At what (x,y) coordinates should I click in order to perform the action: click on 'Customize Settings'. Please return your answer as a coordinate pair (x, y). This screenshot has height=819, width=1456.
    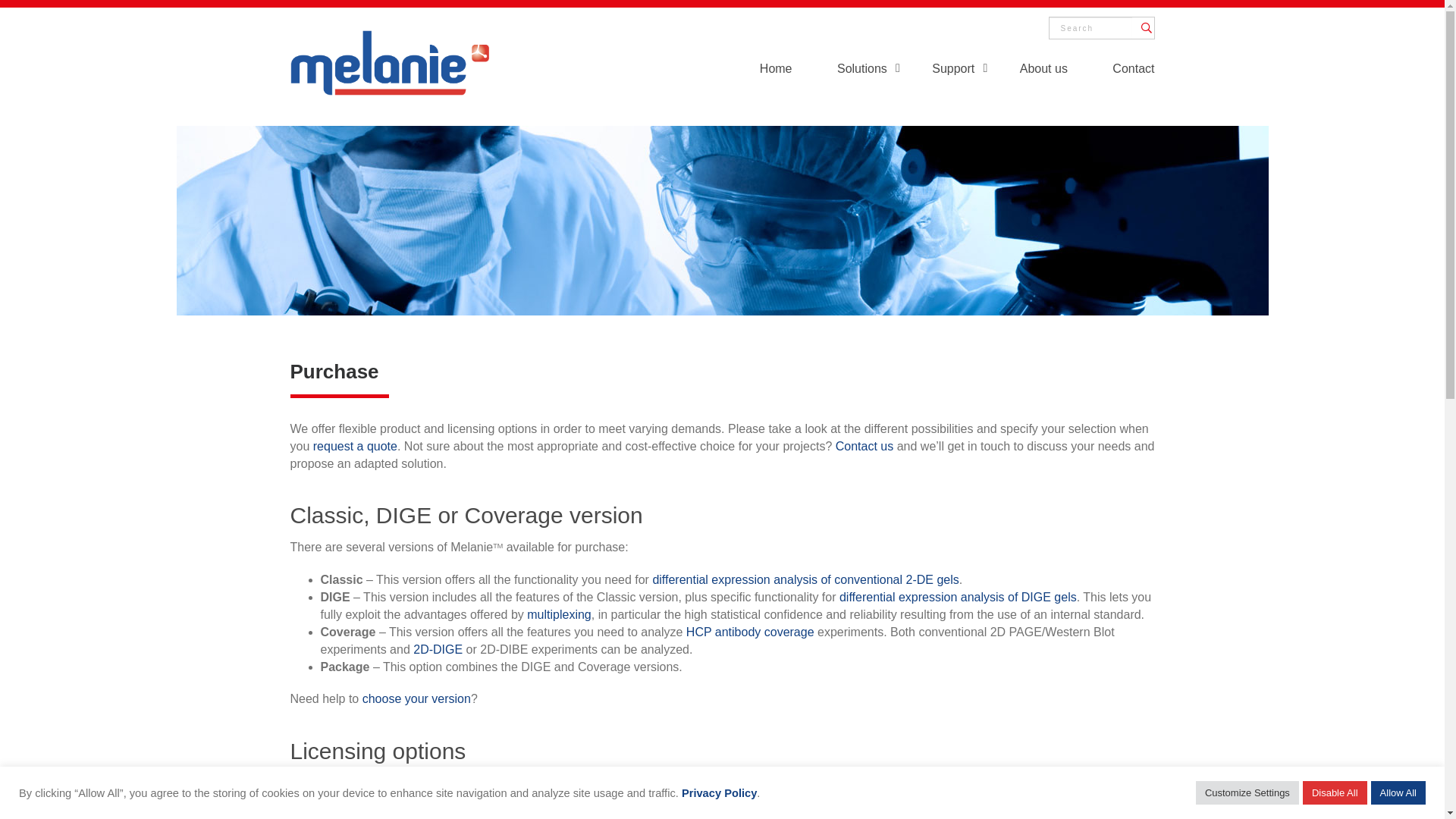
    Looking at the image, I should click on (1247, 792).